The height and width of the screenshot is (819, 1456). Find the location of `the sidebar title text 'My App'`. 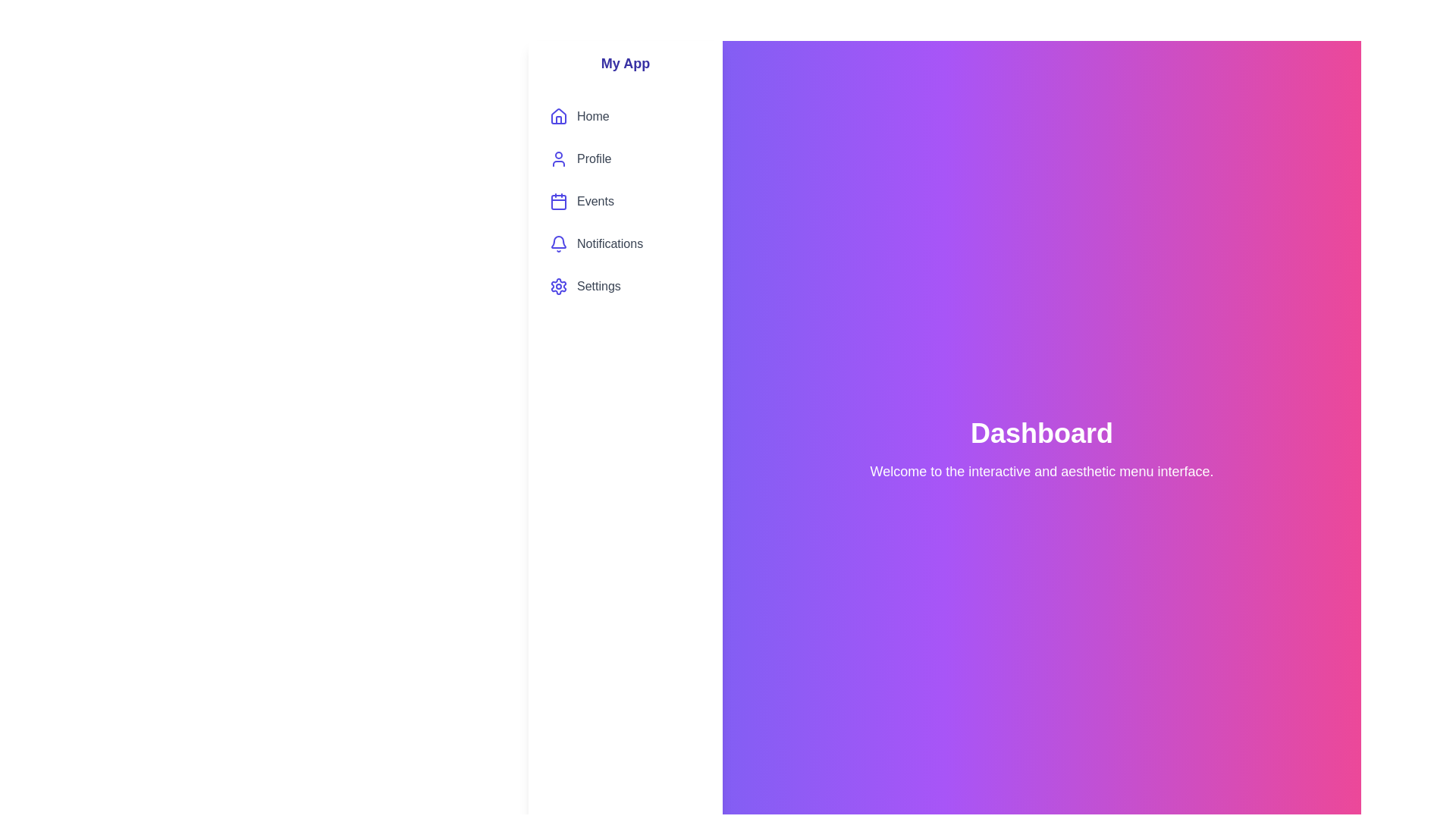

the sidebar title text 'My App' is located at coordinates (626, 63).